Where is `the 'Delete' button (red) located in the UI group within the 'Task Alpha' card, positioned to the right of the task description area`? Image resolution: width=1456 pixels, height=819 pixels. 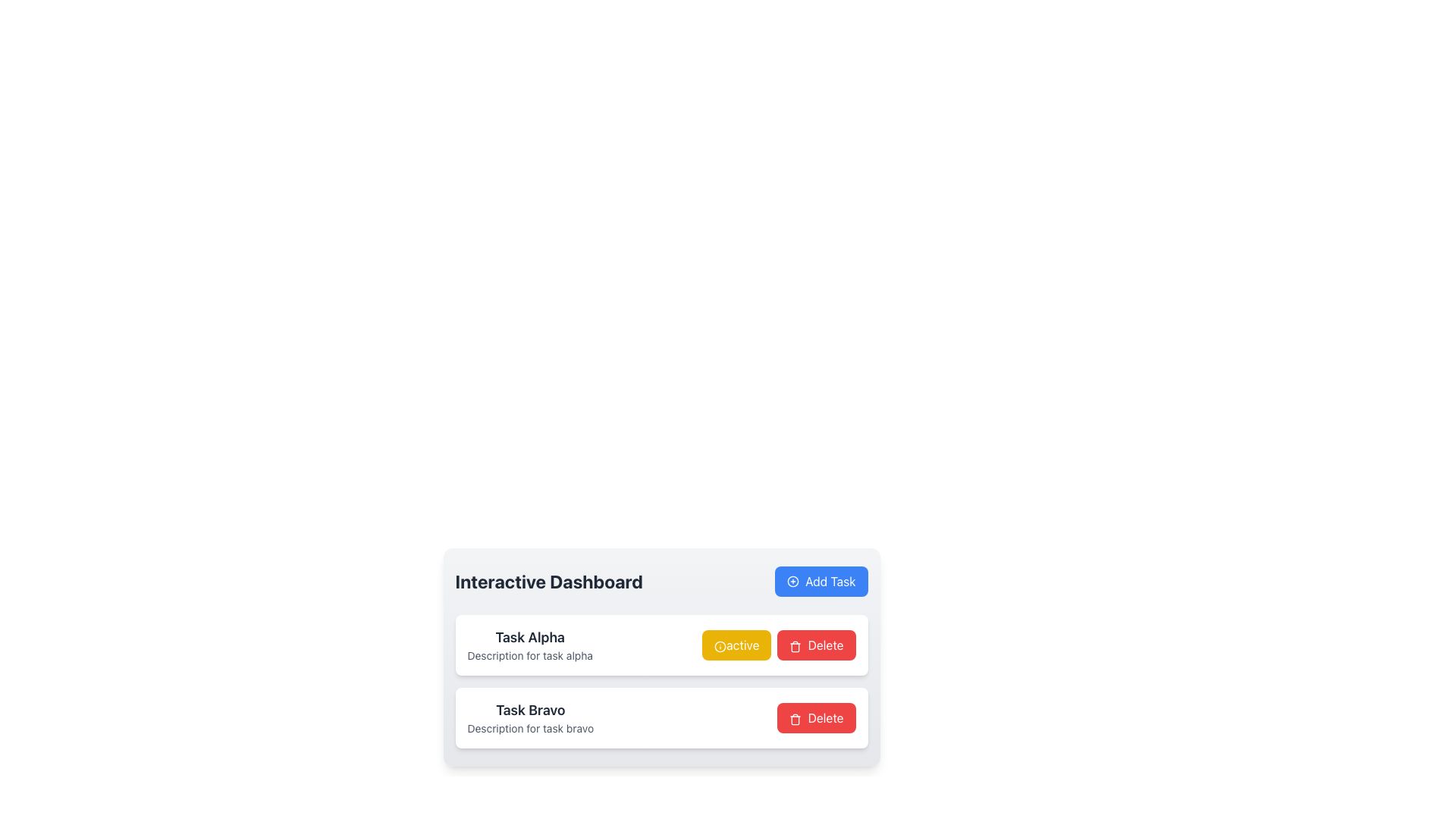 the 'Delete' button (red) located in the UI group within the 'Task Alpha' card, positioned to the right of the task description area is located at coordinates (779, 645).